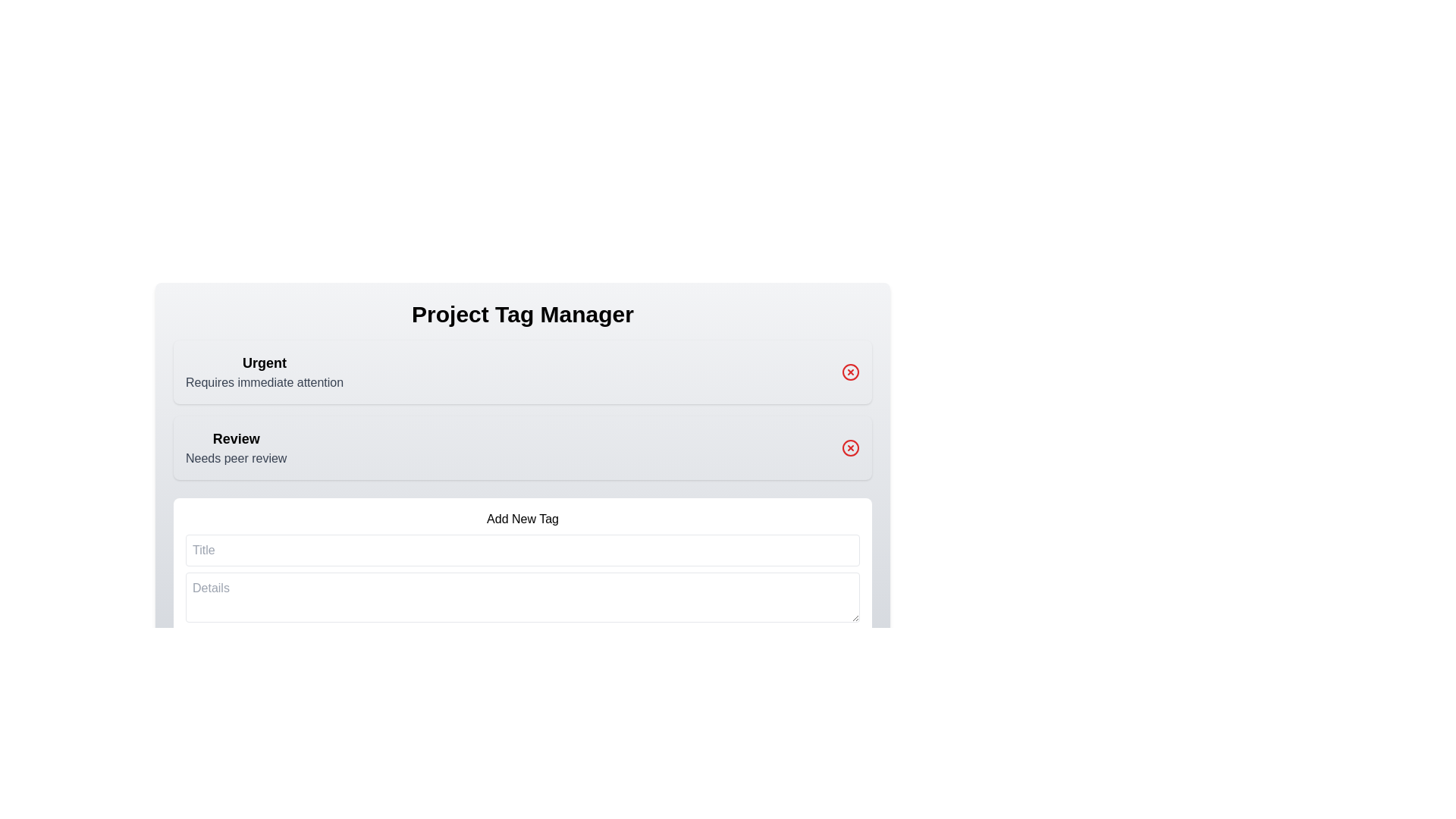  I want to click on the static text label that contains the text 'Add New Tag' within the 'Add Tag' section, so click(522, 519).